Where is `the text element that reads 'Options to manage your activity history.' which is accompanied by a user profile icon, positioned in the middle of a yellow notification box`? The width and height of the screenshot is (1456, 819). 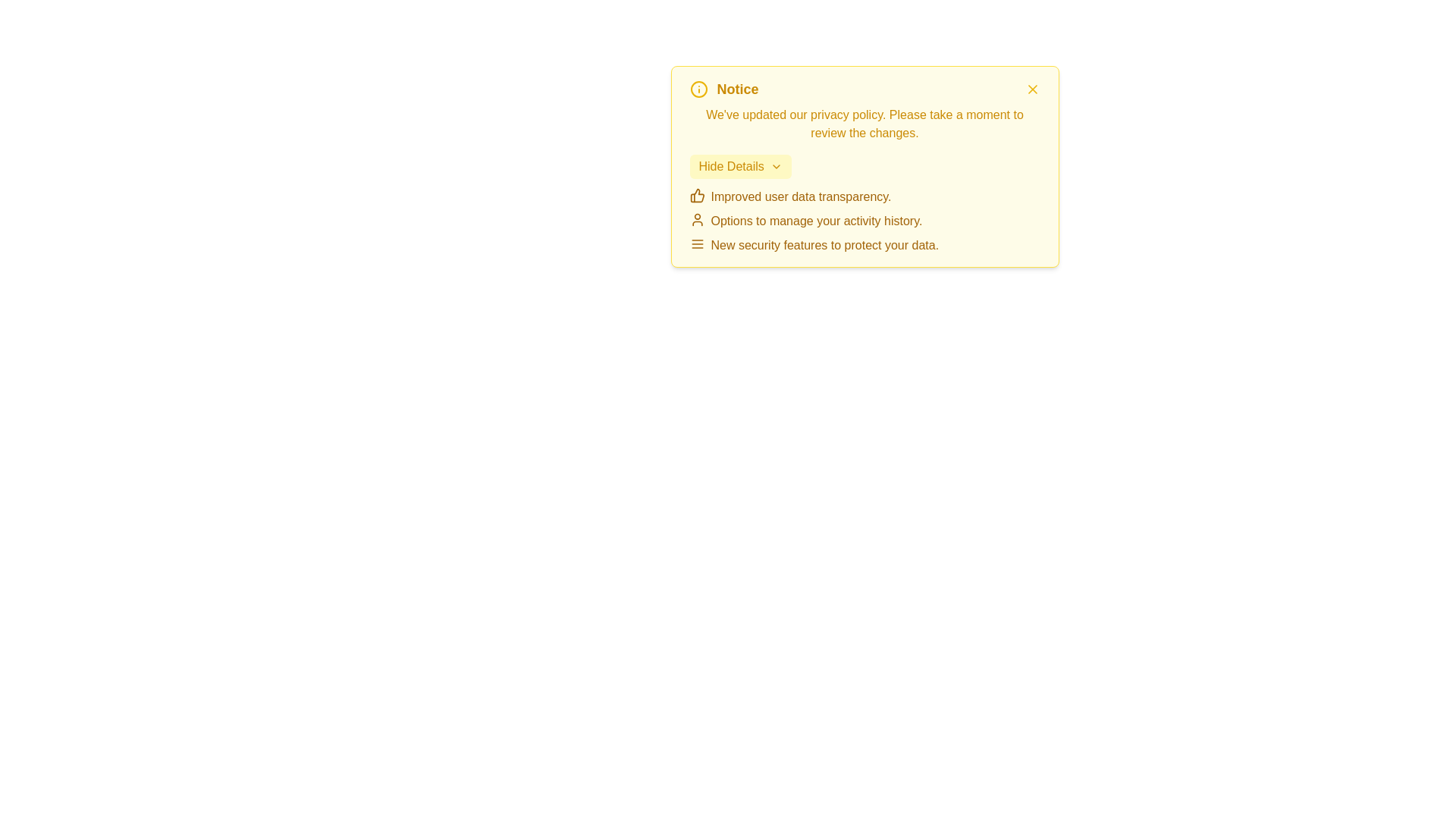 the text element that reads 'Options to manage your activity history.' which is accompanied by a user profile icon, positioned in the middle of a yellow notification box is located at coordinates (864, 221).